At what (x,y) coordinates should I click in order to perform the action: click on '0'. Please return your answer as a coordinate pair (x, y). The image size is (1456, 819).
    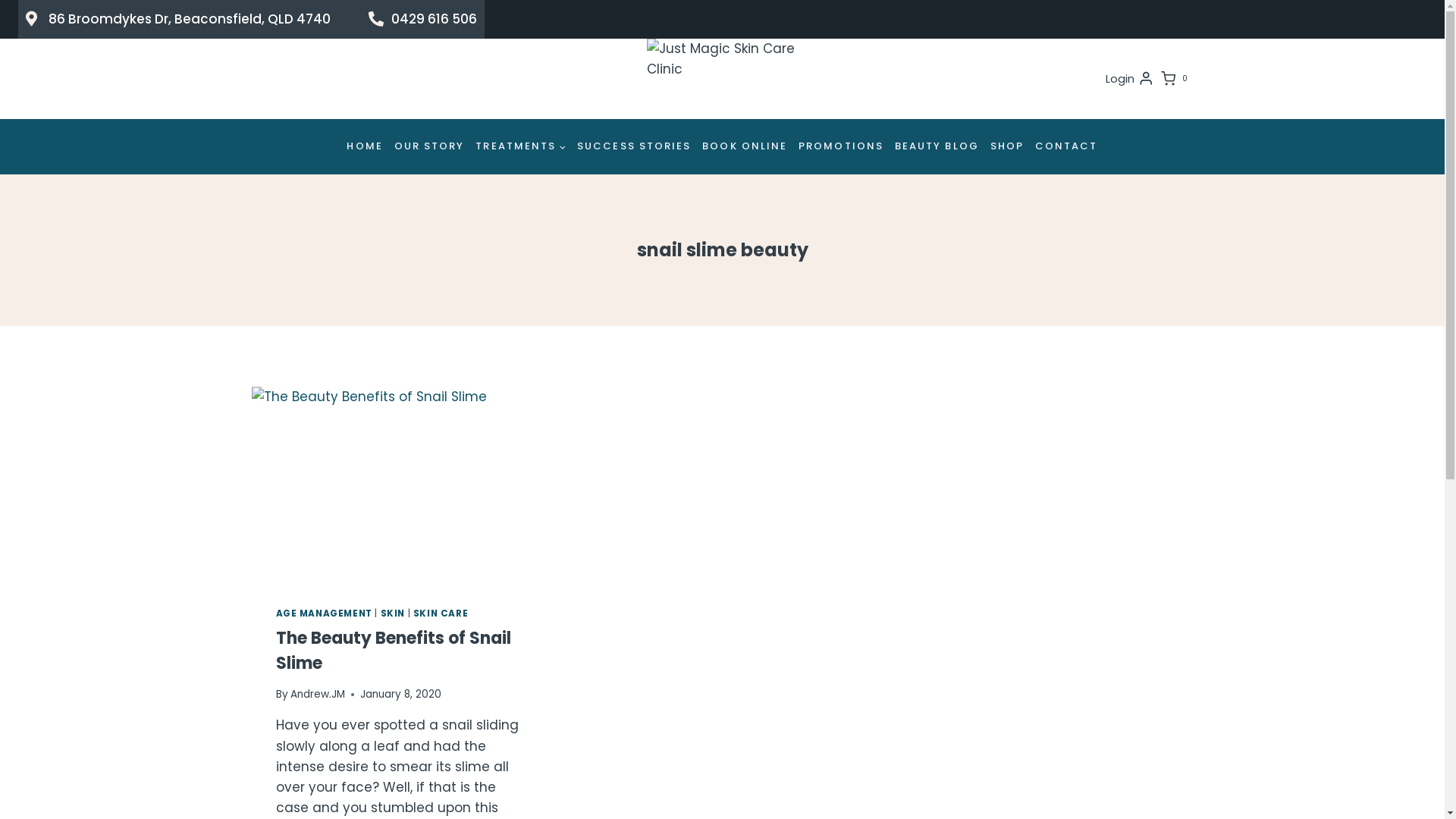
    Looking at the image, I should click on (1175, 79).